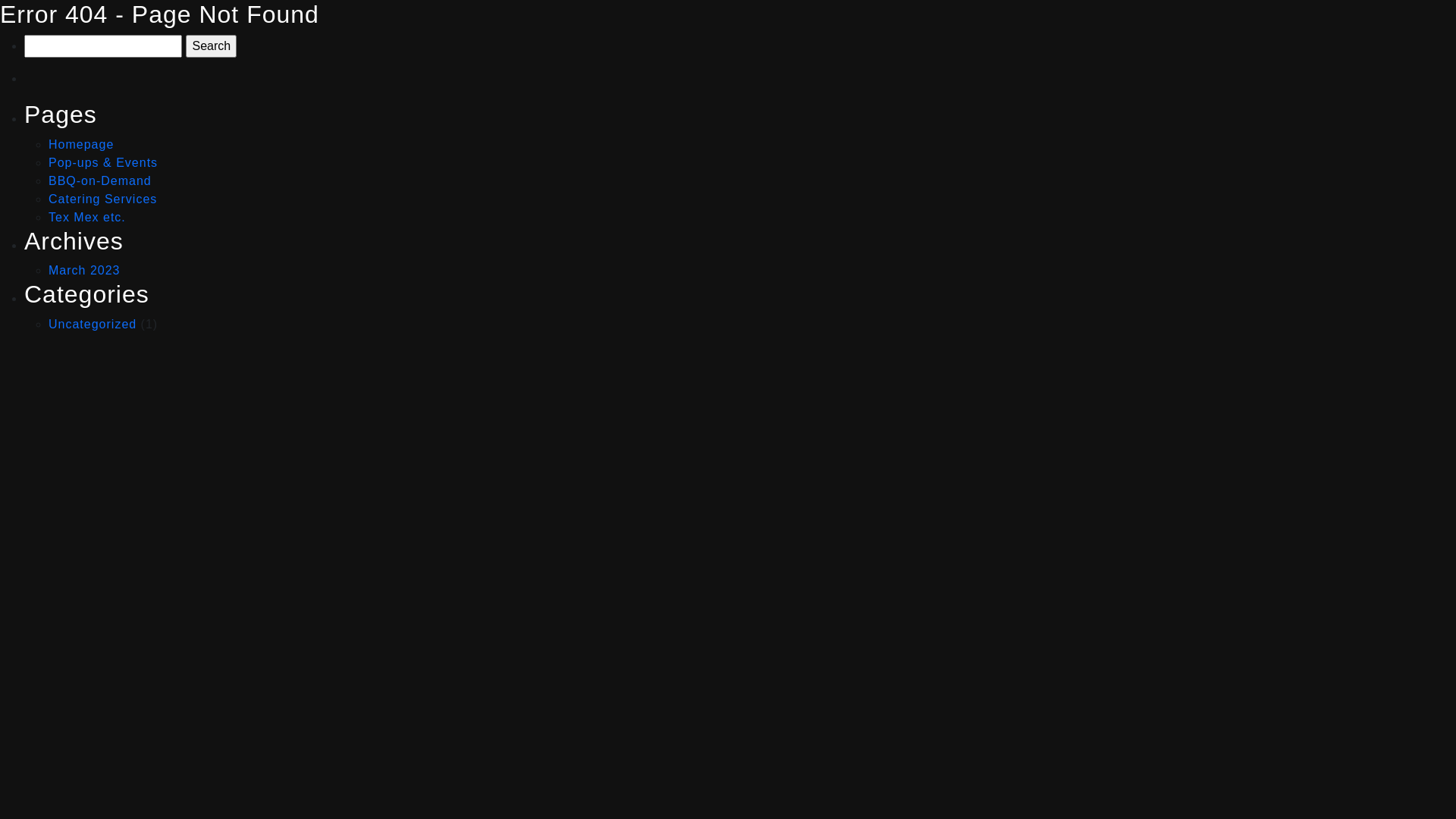  What do you see at coordinates (102, 198) in the screenshot?
I see `'Catering Services'` at bounding box center [102, 198].